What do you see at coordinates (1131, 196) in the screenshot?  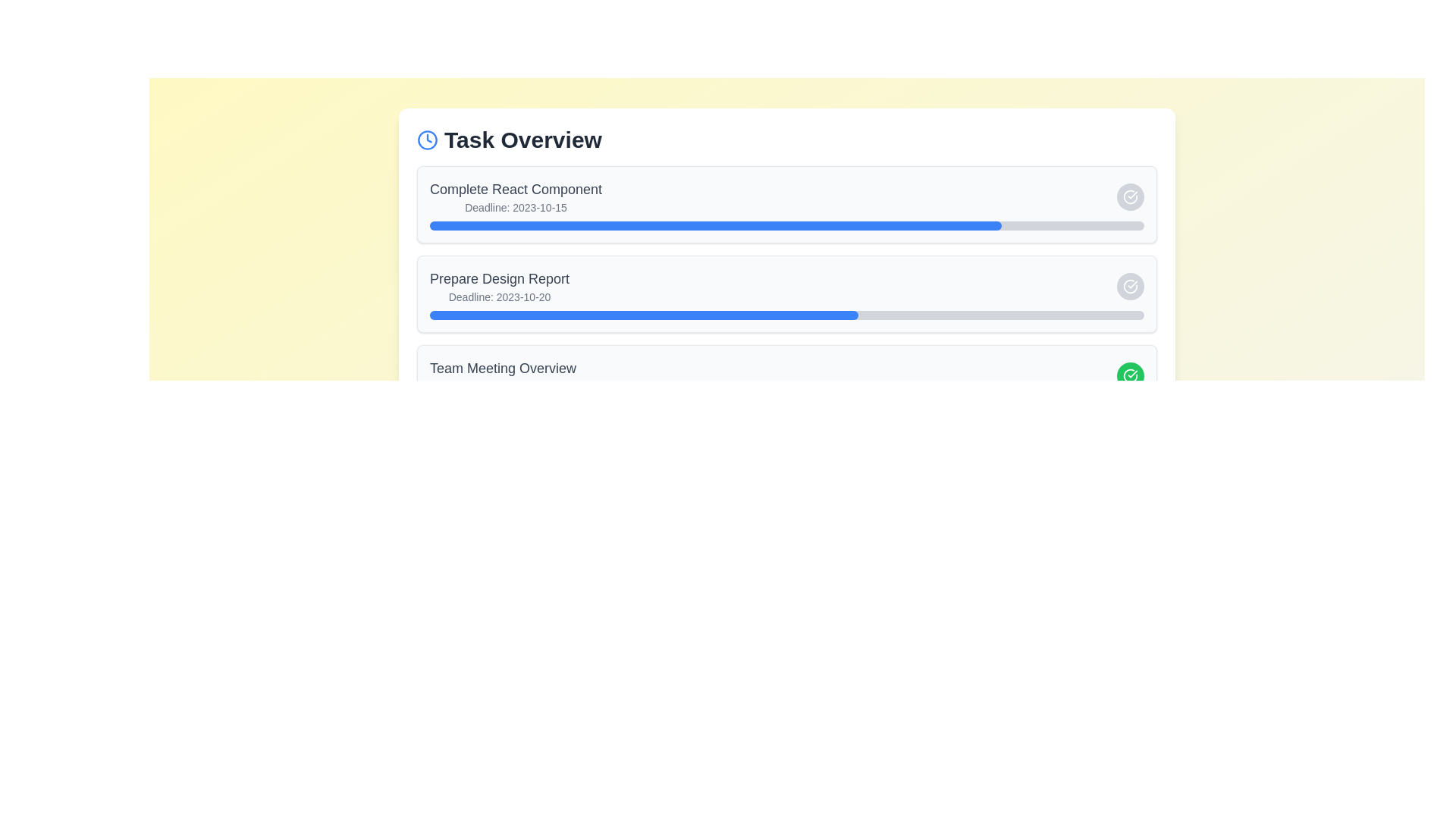 I see `the circular button with a gray background and a white check symbol, located at the top-right area of the task list modal` at bounding box center [1131, 196].